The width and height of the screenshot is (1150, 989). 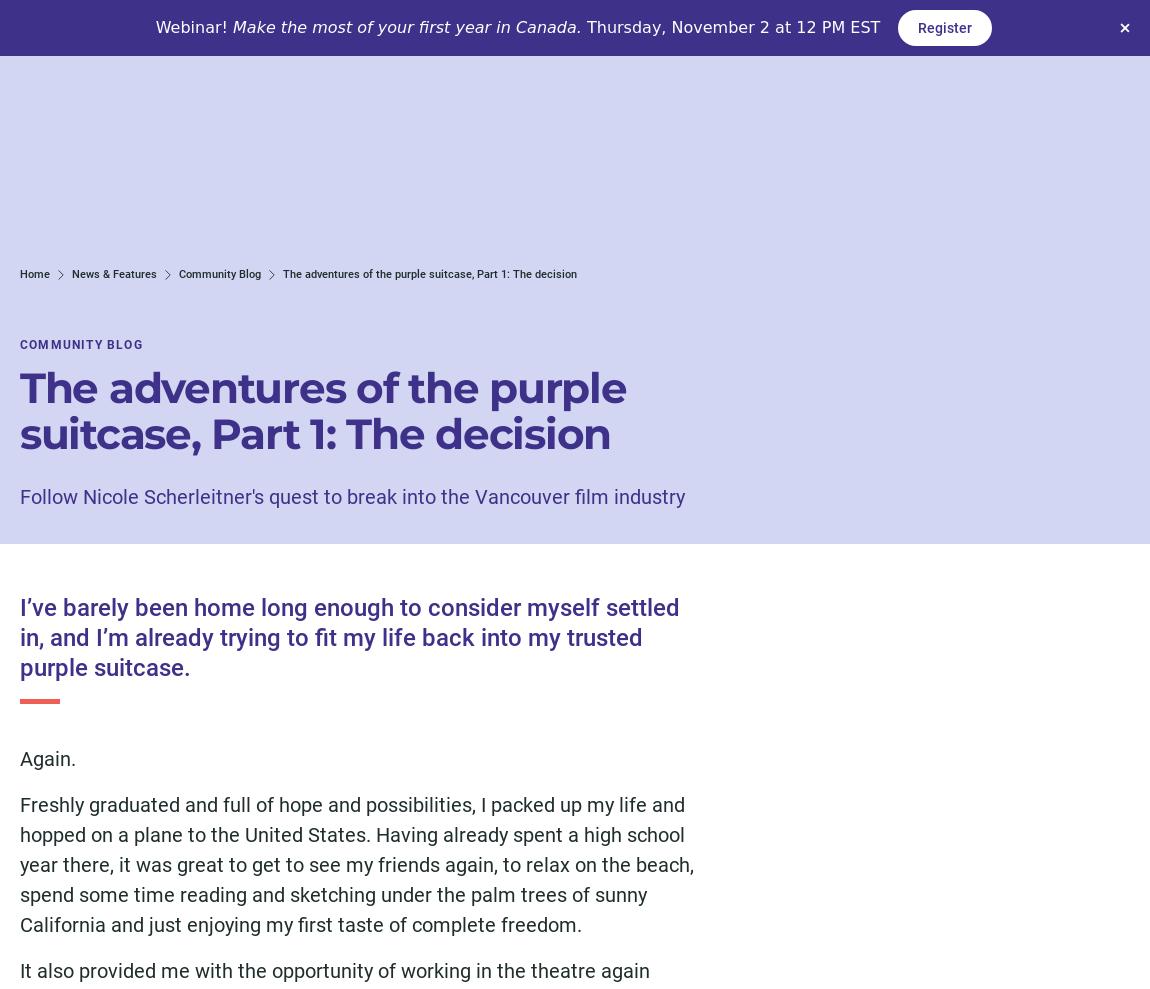 I want to click on 'Advertisement', so click(x=844, y=374).